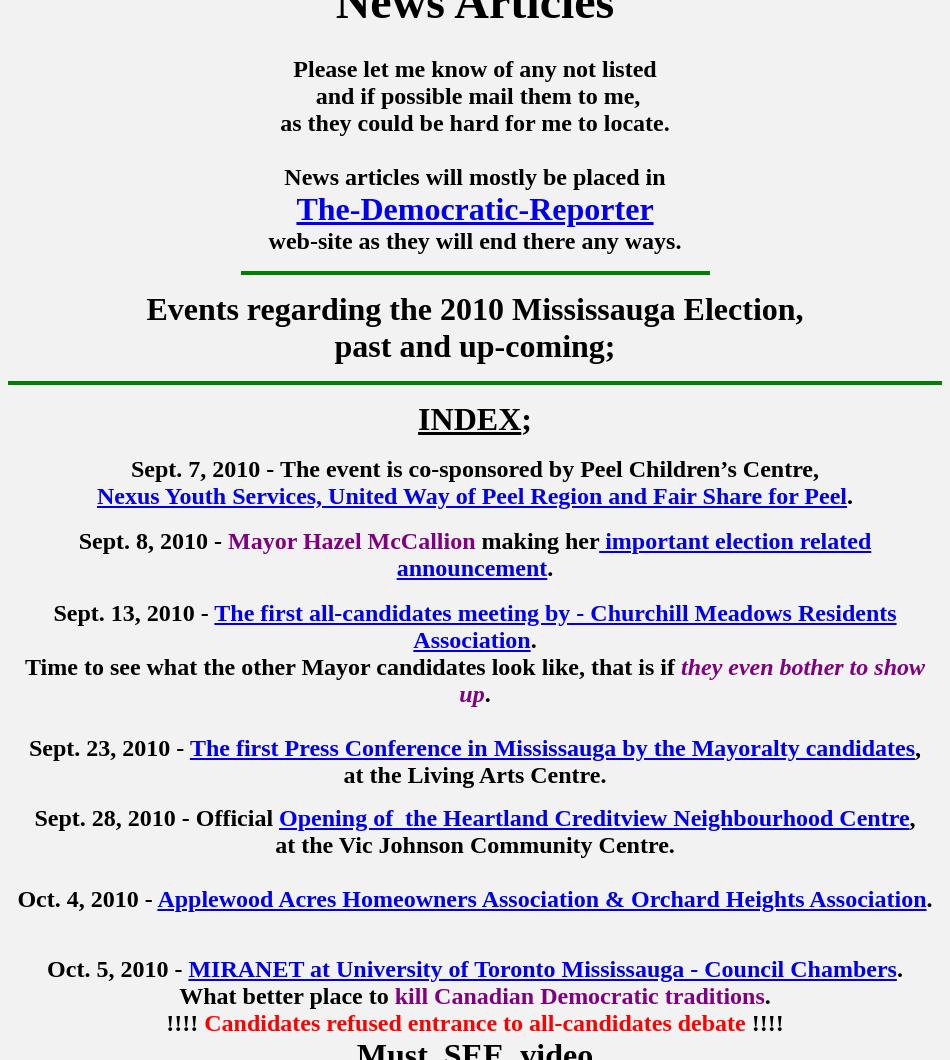 This screenshot has width=950, height=1060. I want to click on 'News articles will mostly be placed in', so click(473, 176).